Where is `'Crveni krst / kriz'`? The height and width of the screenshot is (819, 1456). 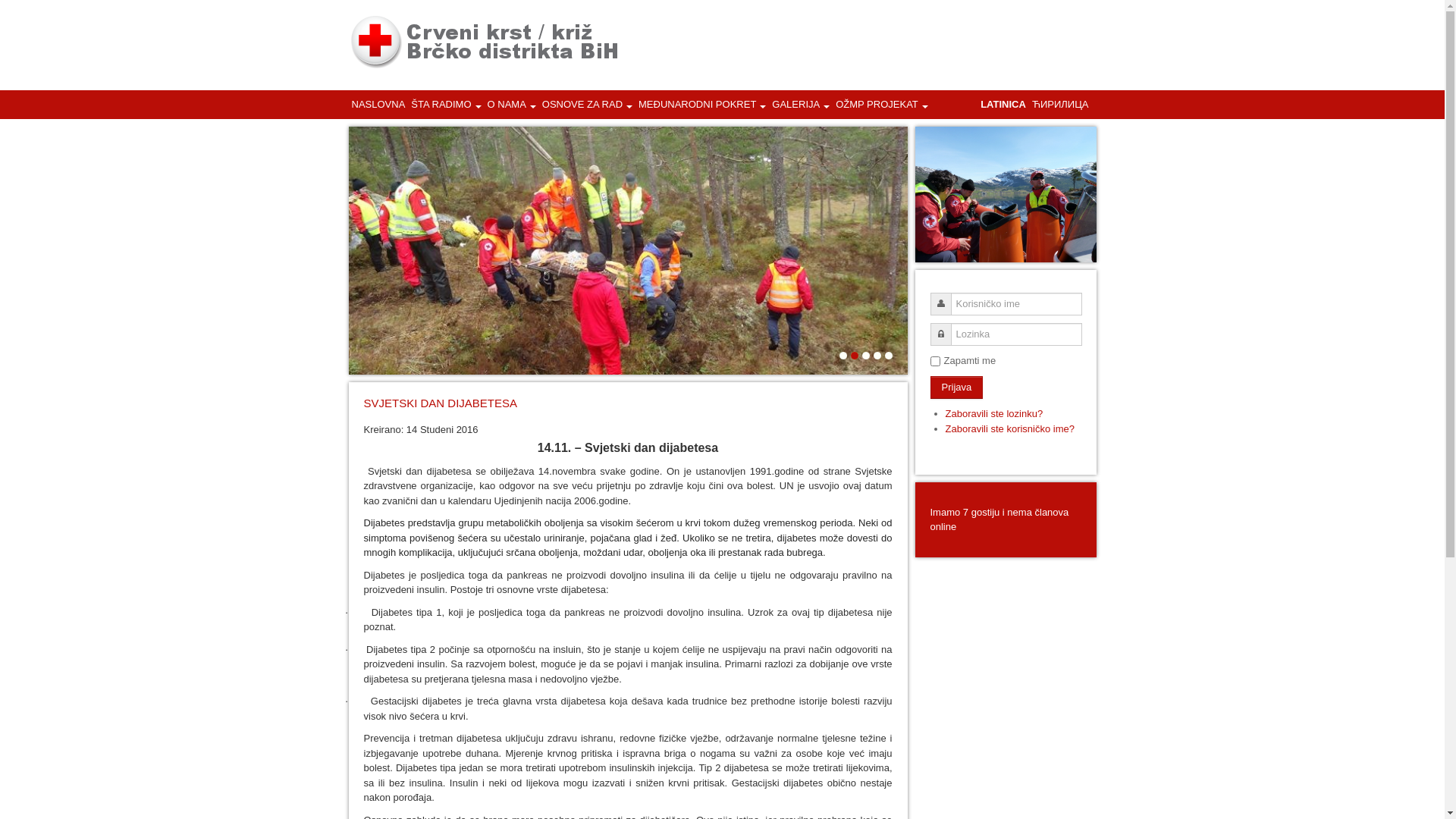
'Crveni krst / kriz' is located at coordinates (483, 42).